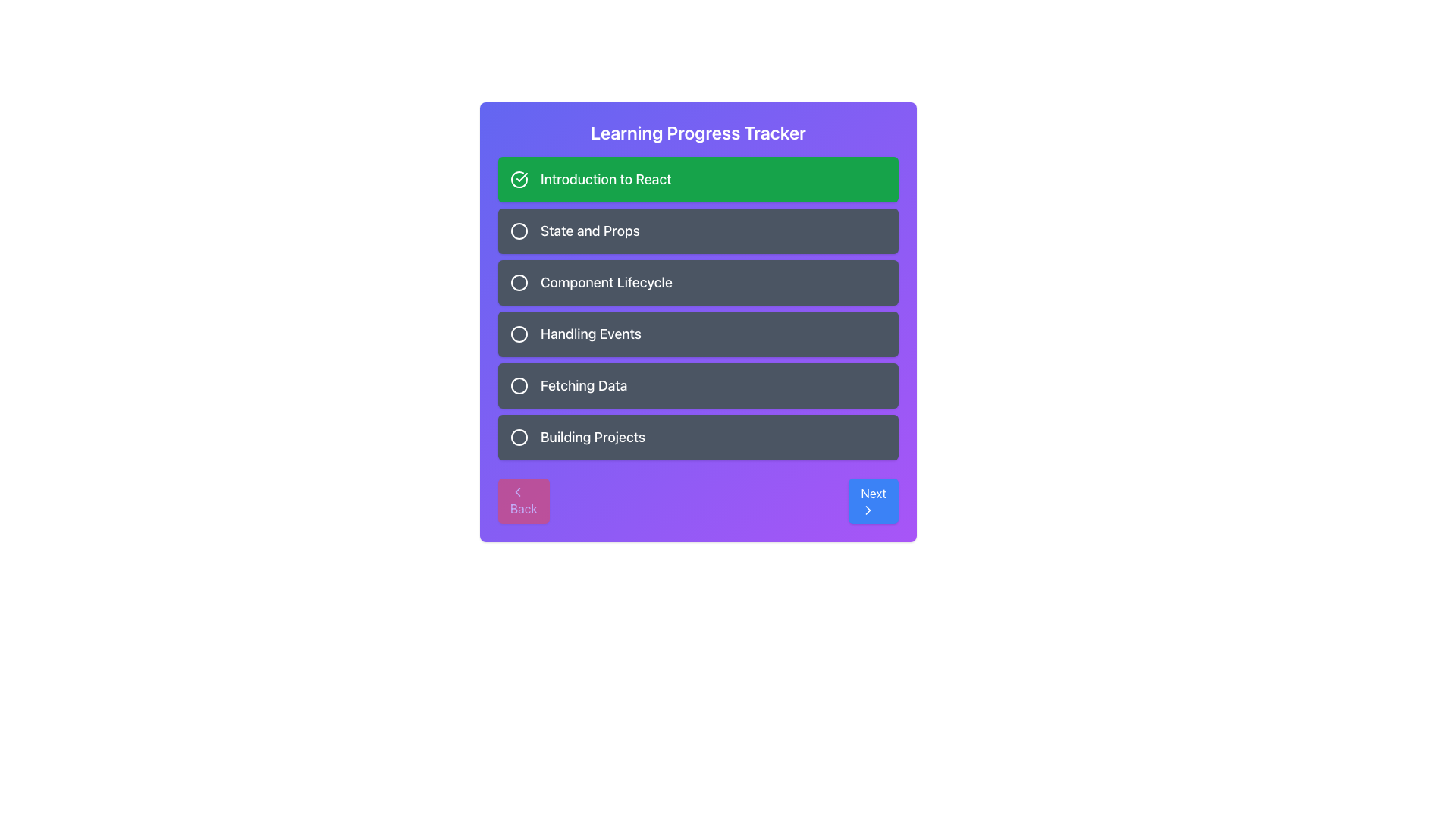 The image size is (1456, 819). Describe the element at coordinates (519, 333) in the screenshot. I see `the indicator circle located in the third row of items, adjacent to the text 'Handling Events', for additional interactions` at that location.